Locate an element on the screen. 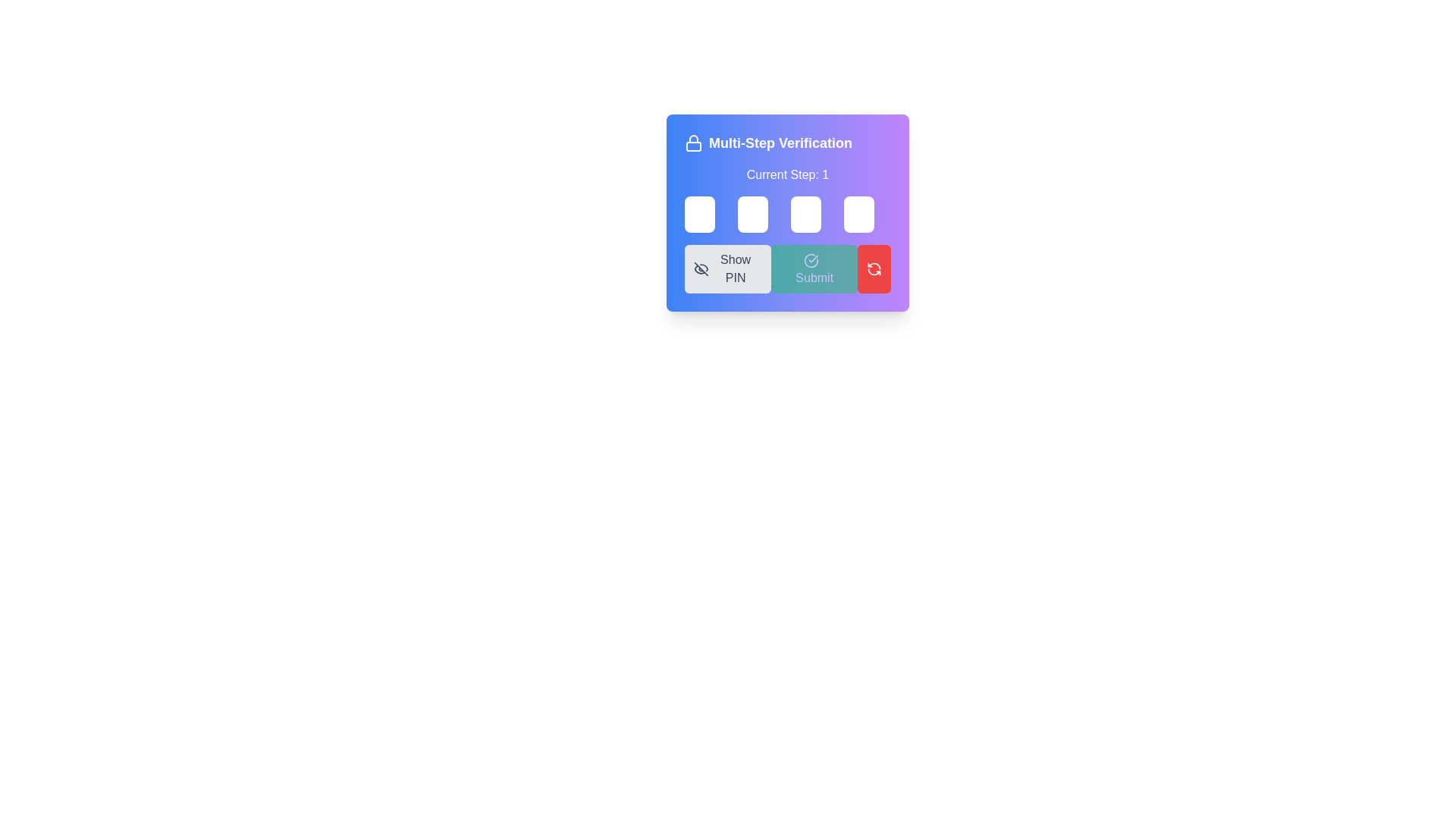 The image size is (1456, 819). the refresh or reset button located at the bottom-right corner of the verification module is located at coordinates (874, 268).